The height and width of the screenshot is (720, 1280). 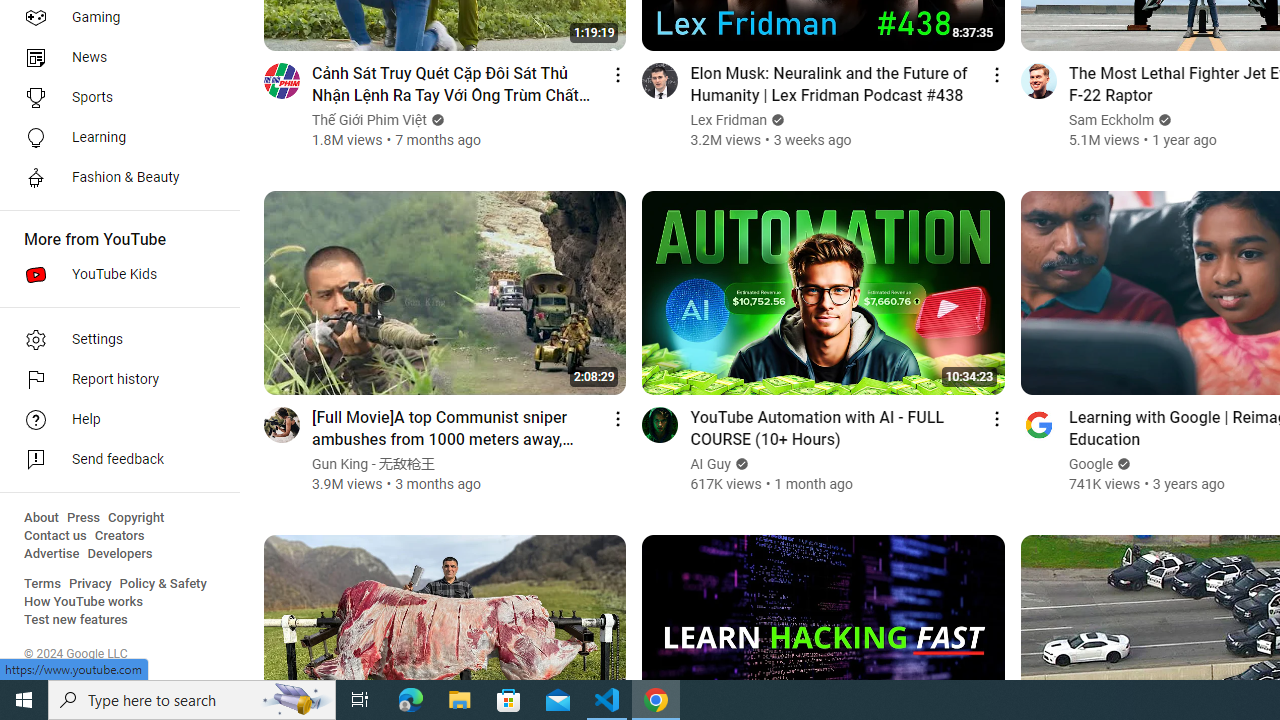 I want to click on 'How YouTube works', so click(x=82, y=601).